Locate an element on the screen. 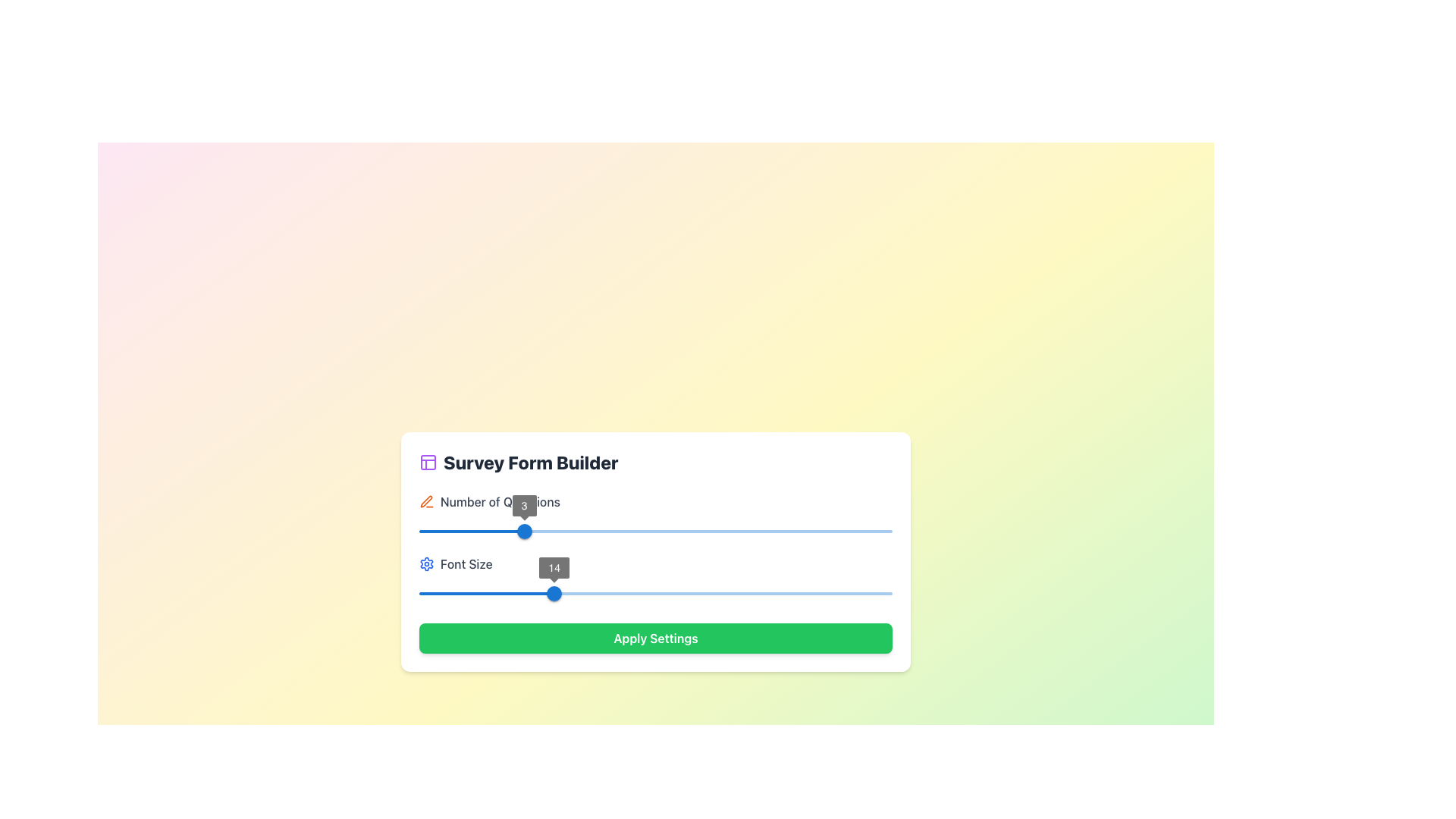 This screenshot has height=819, width=1456. the numeric display label showing the number '3' positioned above the 'Number of Questions' slider, which appears as a circular tooltip aligned with the slider handle is located at coordinates (524, 506).